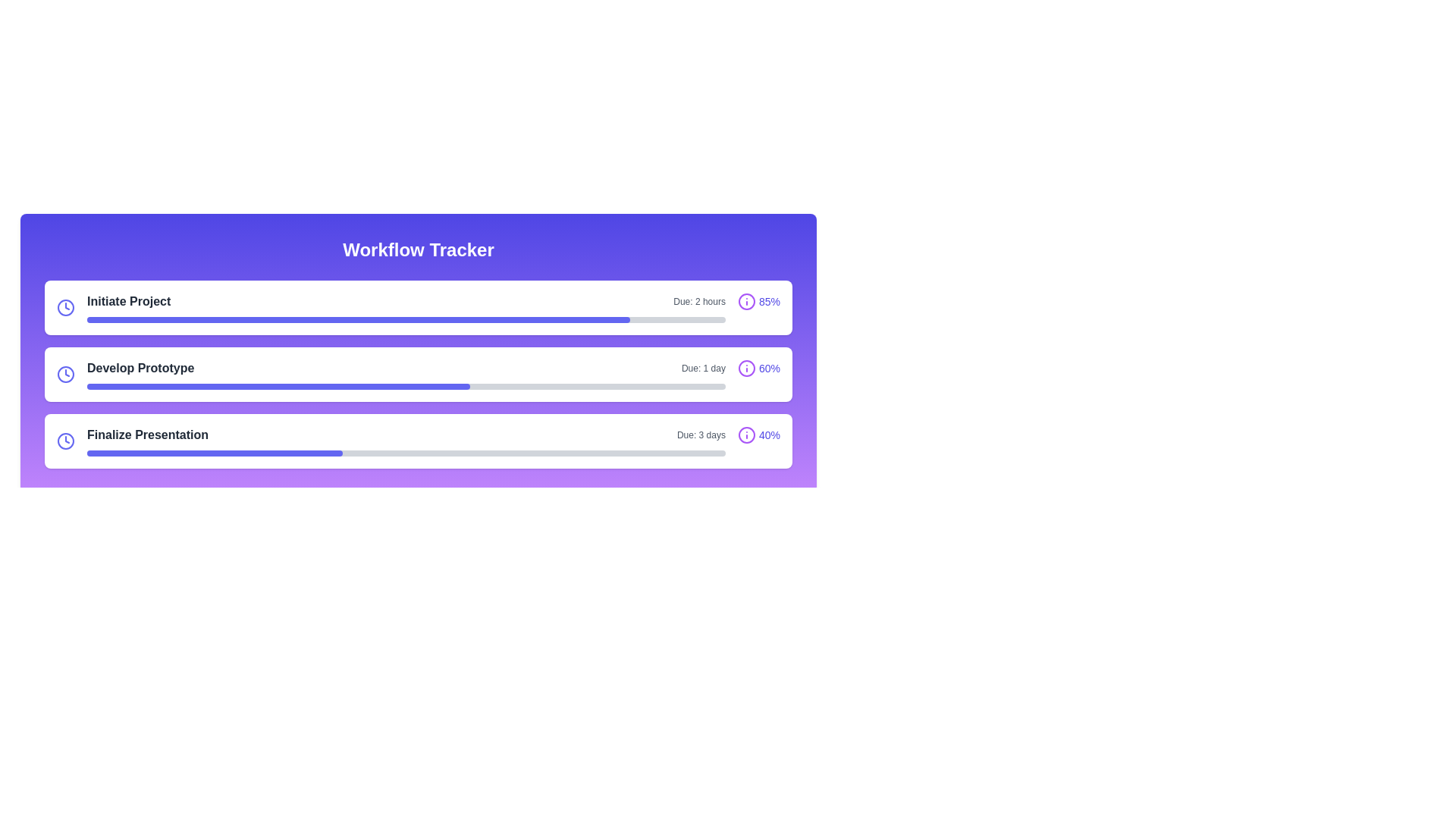 The width and height of the screenshot is (1456, 819). I want to click on the Text label that indicates the deadline for the task 'Develop Prototype', positioned to the right of the task's progress bar and informational icon, so click(702, 369).